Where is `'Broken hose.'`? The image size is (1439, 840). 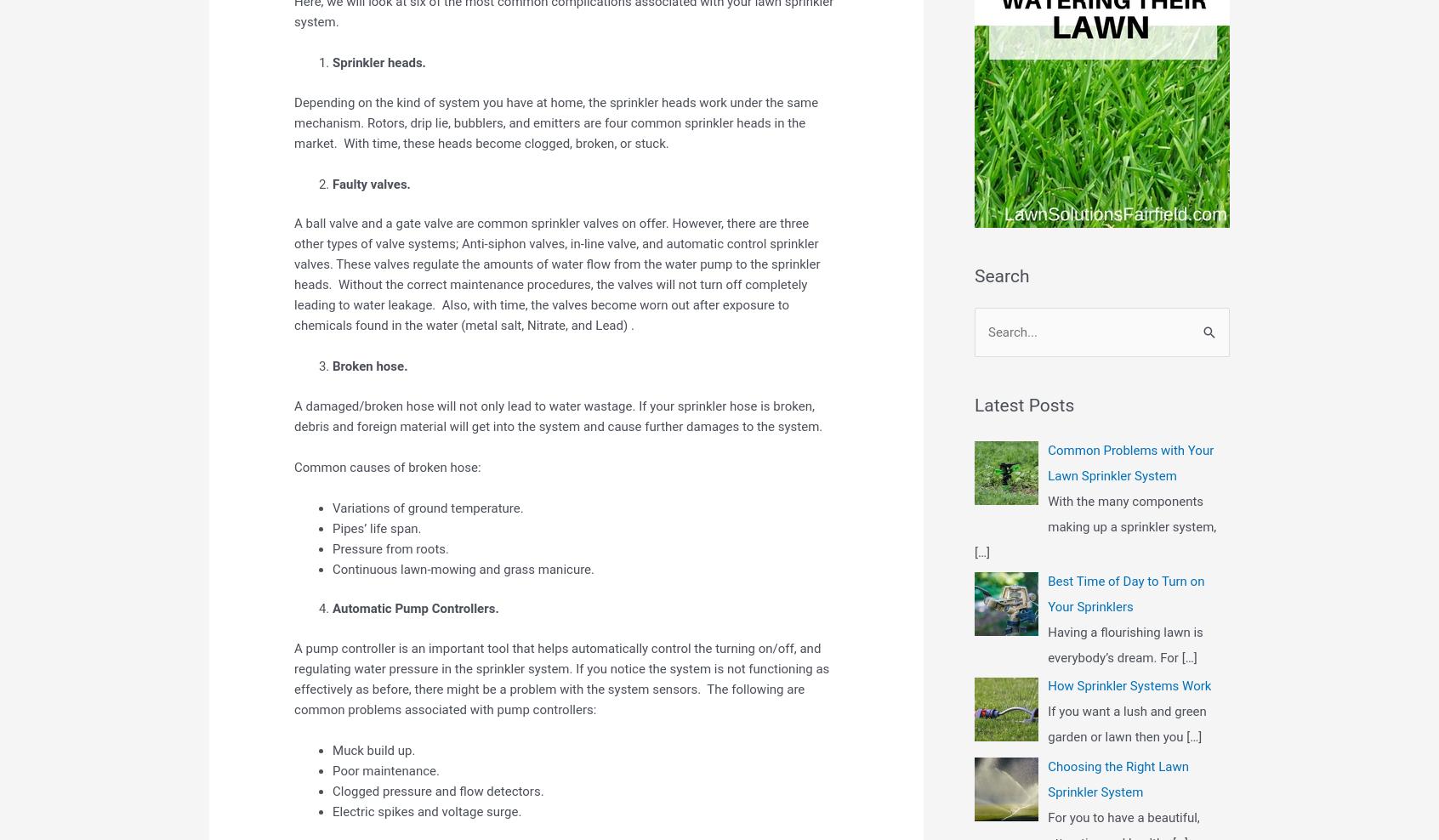
'Broken hose.' is located at coordinates (369, 365).